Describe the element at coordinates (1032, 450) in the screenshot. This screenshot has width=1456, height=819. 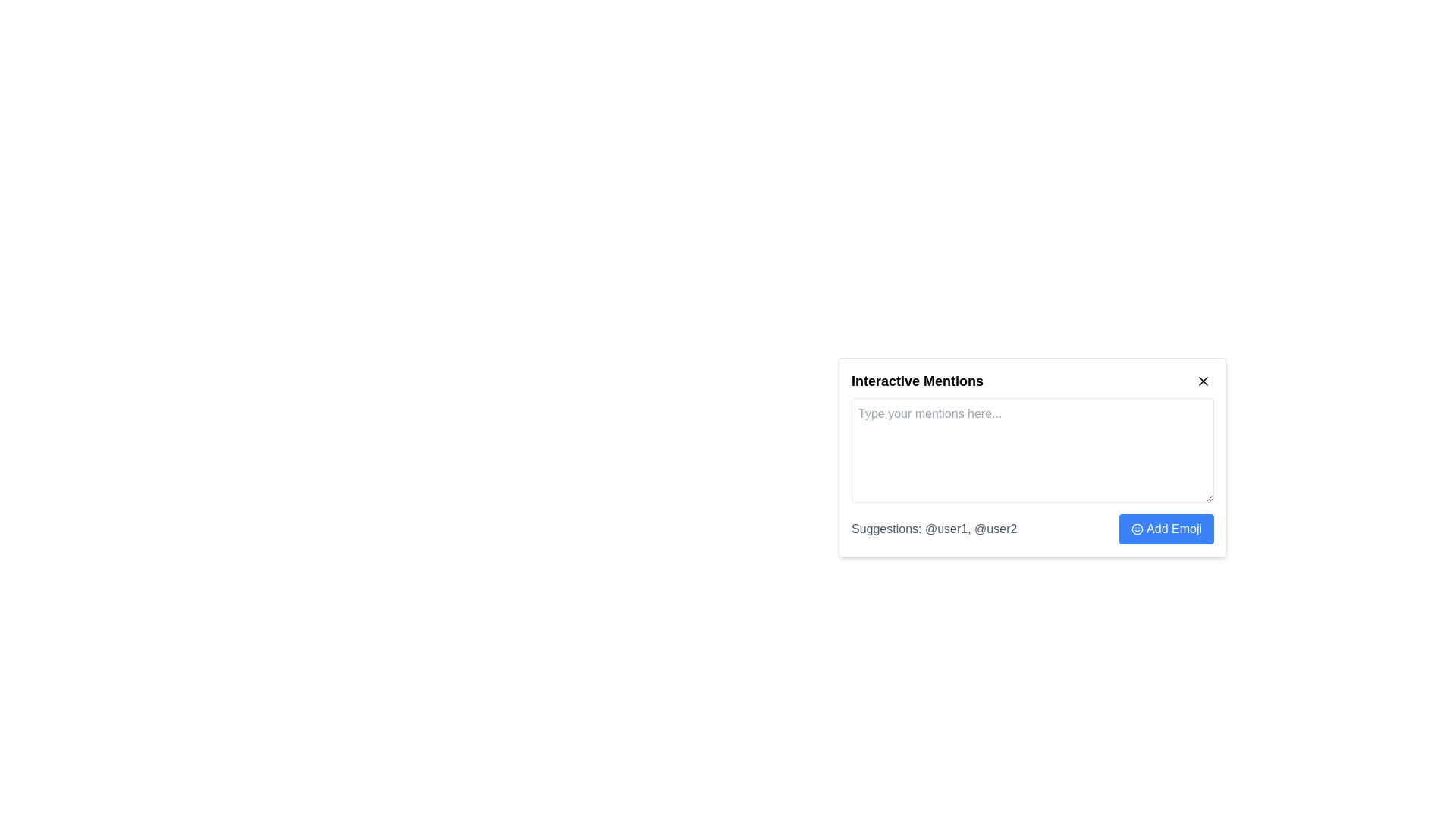
I see `the textarea with a white background and rounded border that has the placeholder 'Type your mentions here...'` at that location.